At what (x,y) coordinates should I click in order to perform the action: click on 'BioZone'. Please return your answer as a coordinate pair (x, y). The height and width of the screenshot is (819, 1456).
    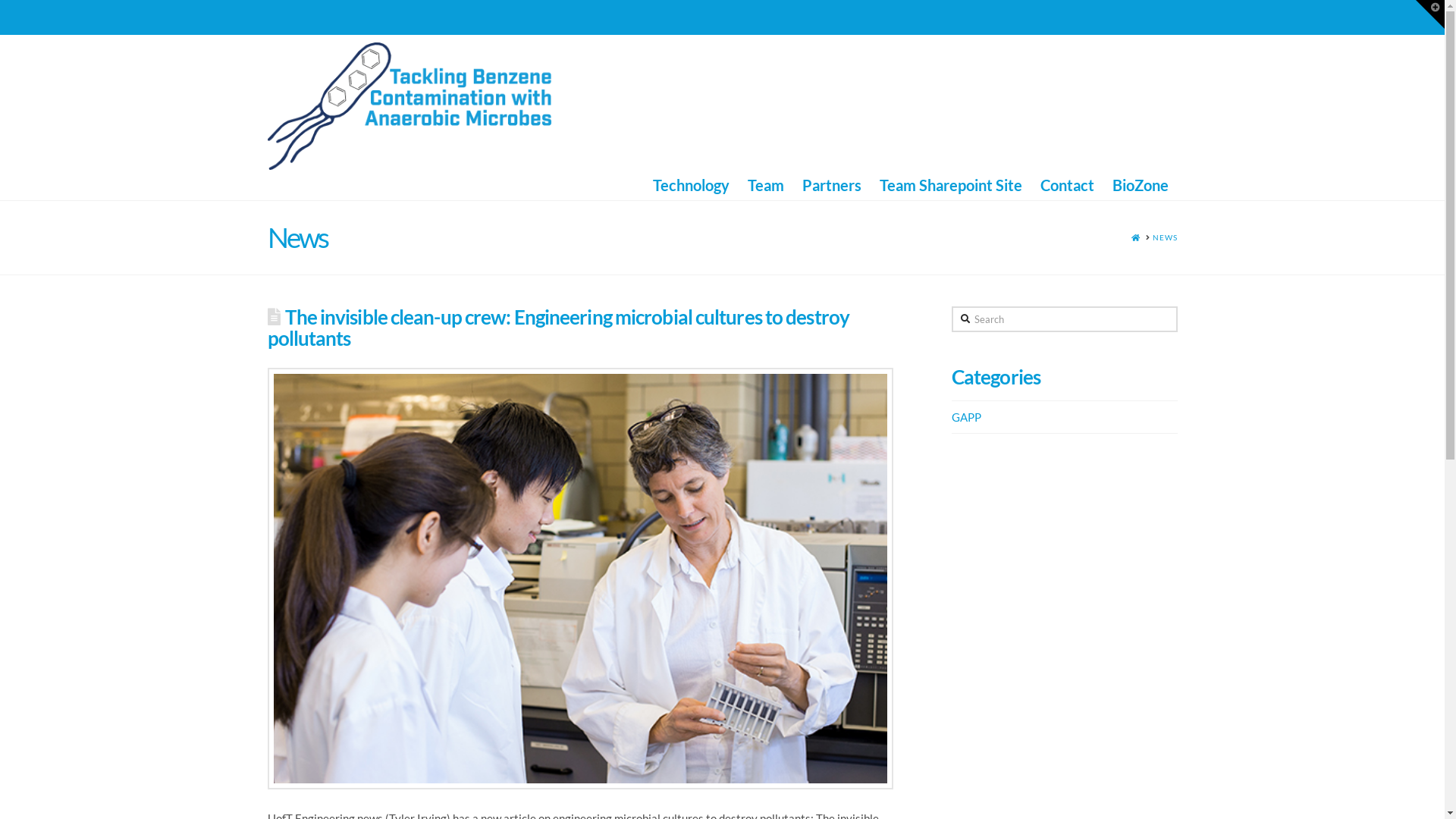
    Looking at the image, I should click on (1139, 184).